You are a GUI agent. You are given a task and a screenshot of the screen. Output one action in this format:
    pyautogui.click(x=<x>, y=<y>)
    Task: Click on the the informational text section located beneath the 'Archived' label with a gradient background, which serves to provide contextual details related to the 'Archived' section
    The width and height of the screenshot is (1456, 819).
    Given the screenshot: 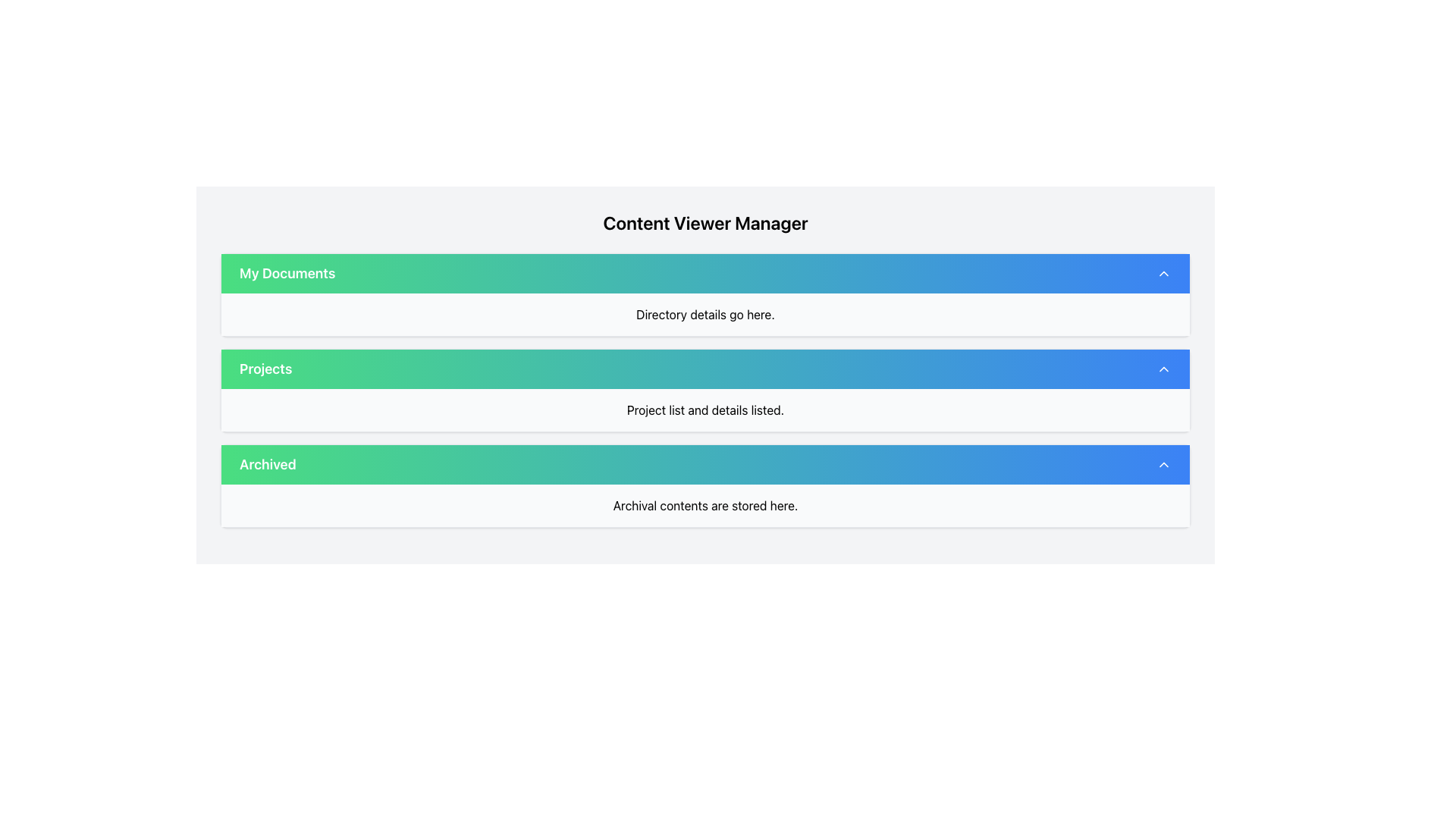 What is the action you would take?
    pyautogui.click(x=704, y=506)
    